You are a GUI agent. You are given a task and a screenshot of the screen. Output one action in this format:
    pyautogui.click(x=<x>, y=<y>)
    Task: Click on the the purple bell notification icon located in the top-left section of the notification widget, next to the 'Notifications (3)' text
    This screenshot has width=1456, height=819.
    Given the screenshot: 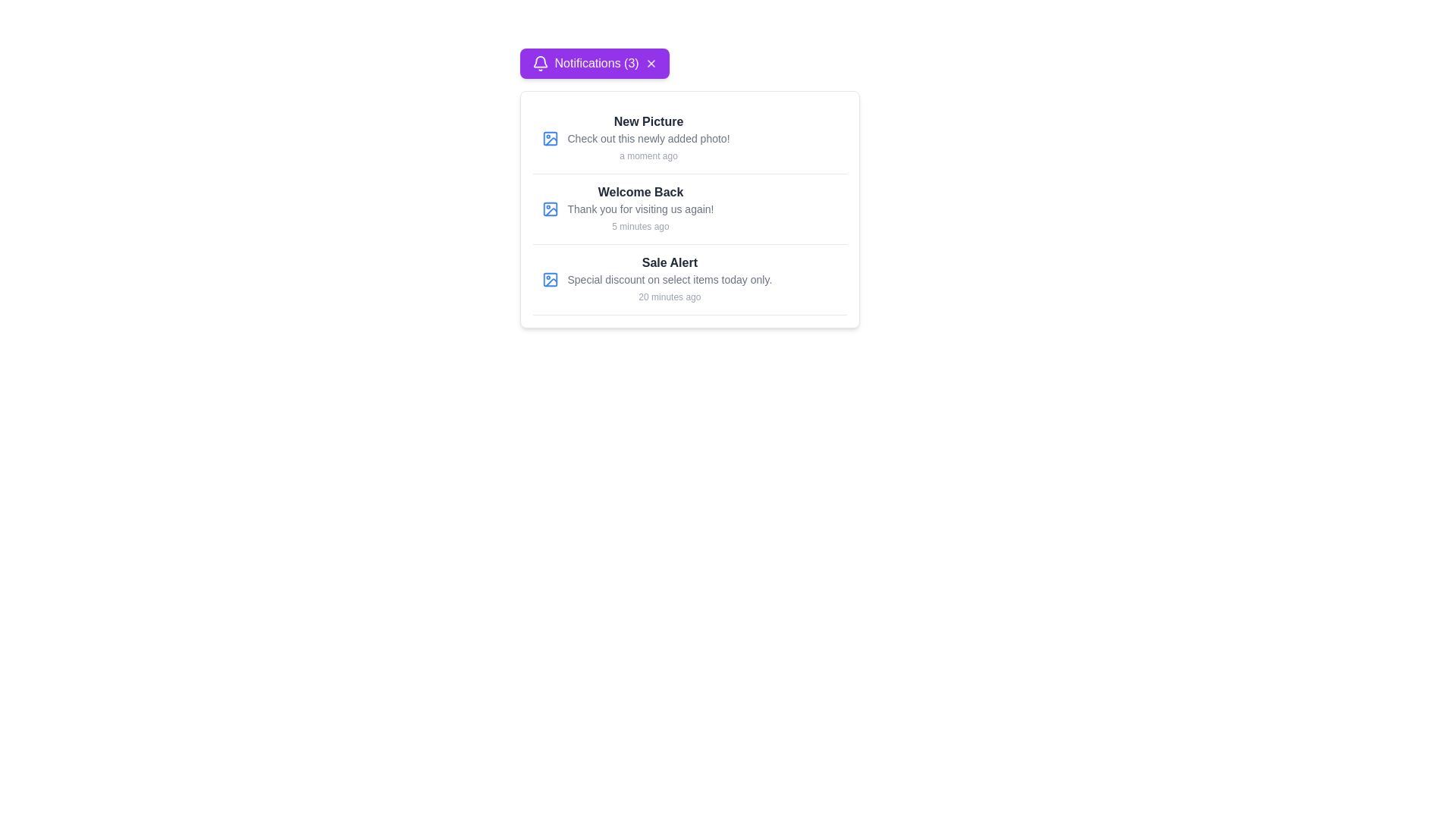 What is the action you would take?
    pyautogui.click(x=540, y=61)
    